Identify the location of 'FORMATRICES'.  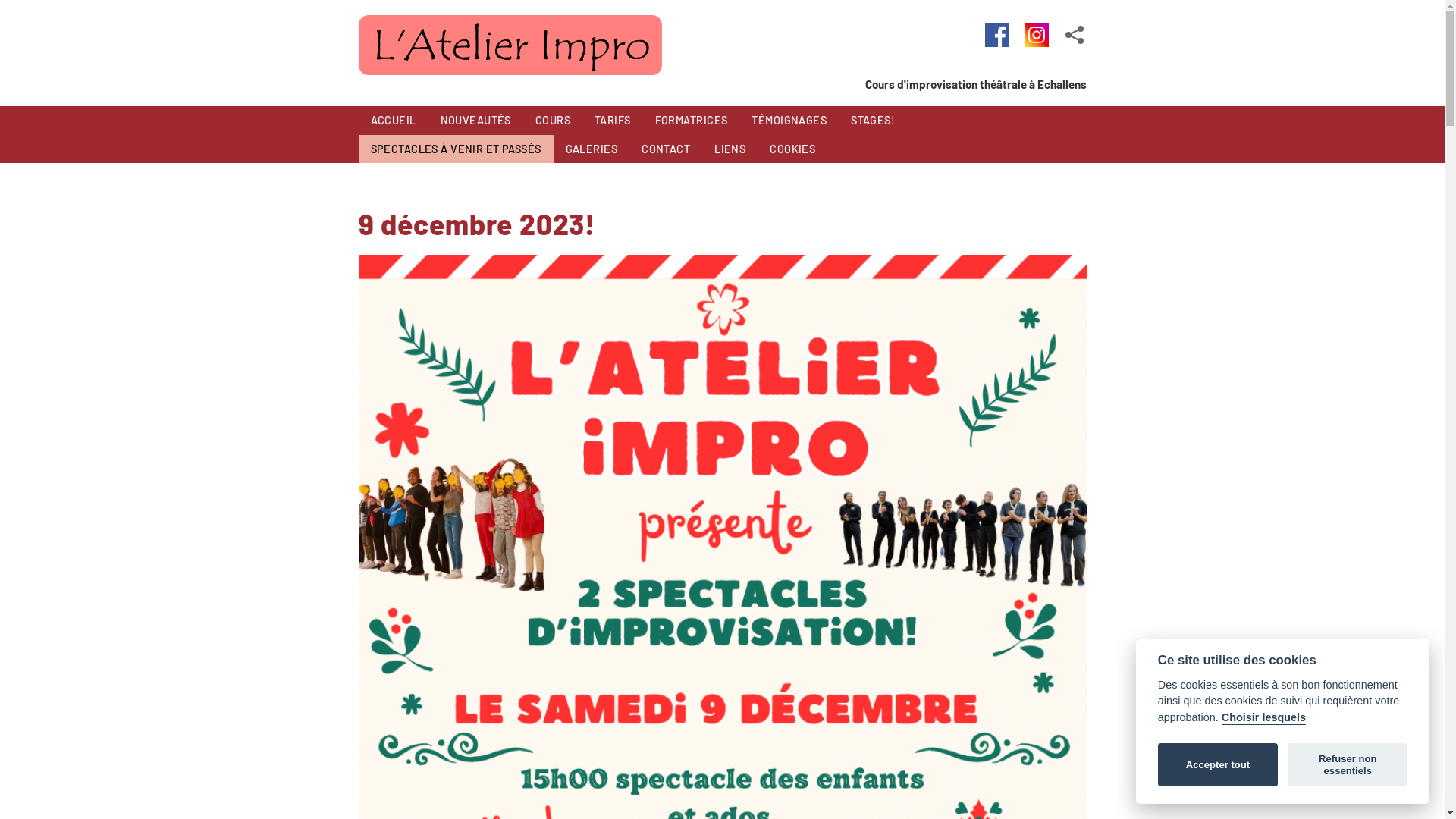
(643, 119).